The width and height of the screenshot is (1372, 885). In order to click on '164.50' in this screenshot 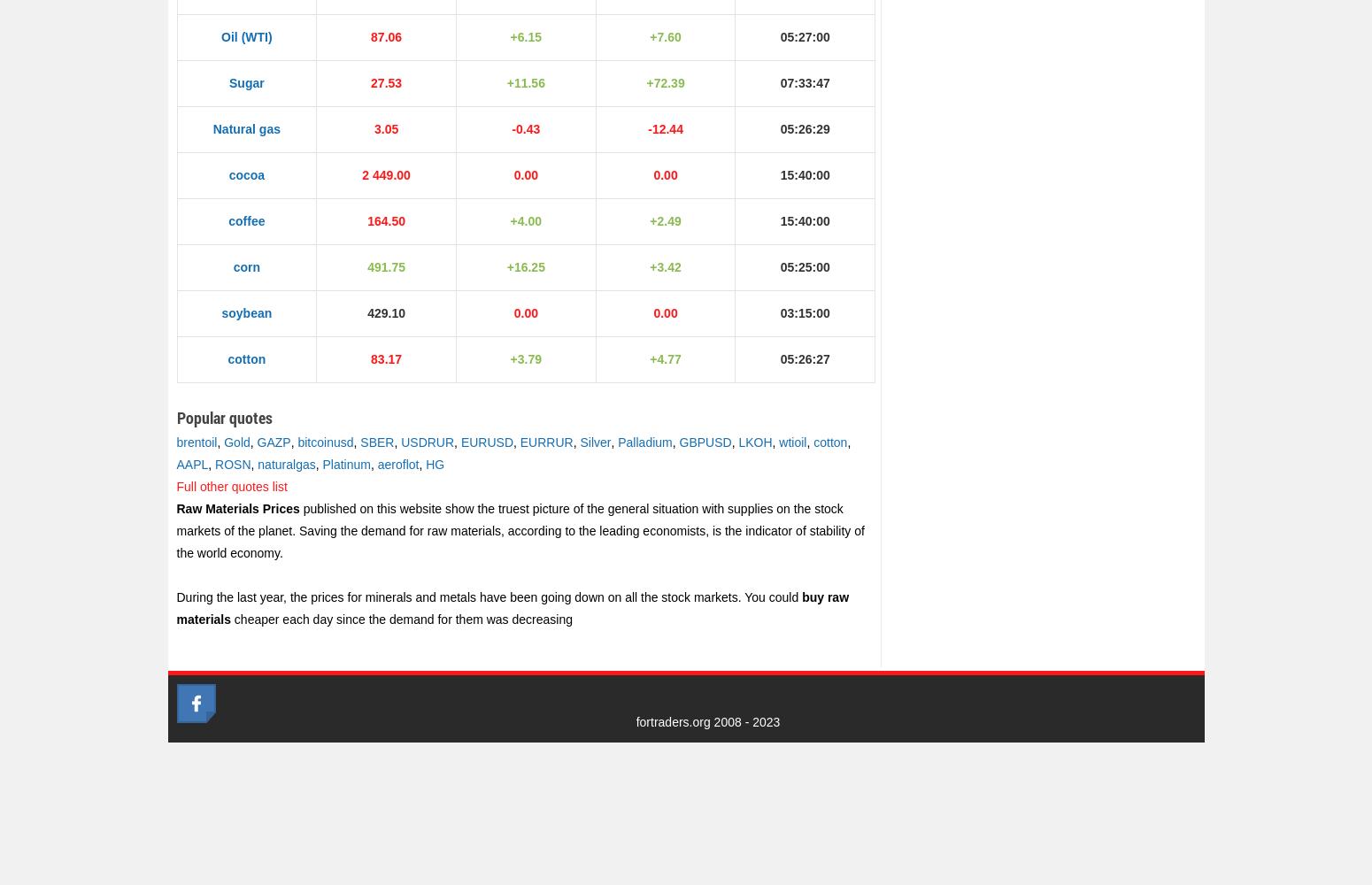, I will do `click(386, 221)`.